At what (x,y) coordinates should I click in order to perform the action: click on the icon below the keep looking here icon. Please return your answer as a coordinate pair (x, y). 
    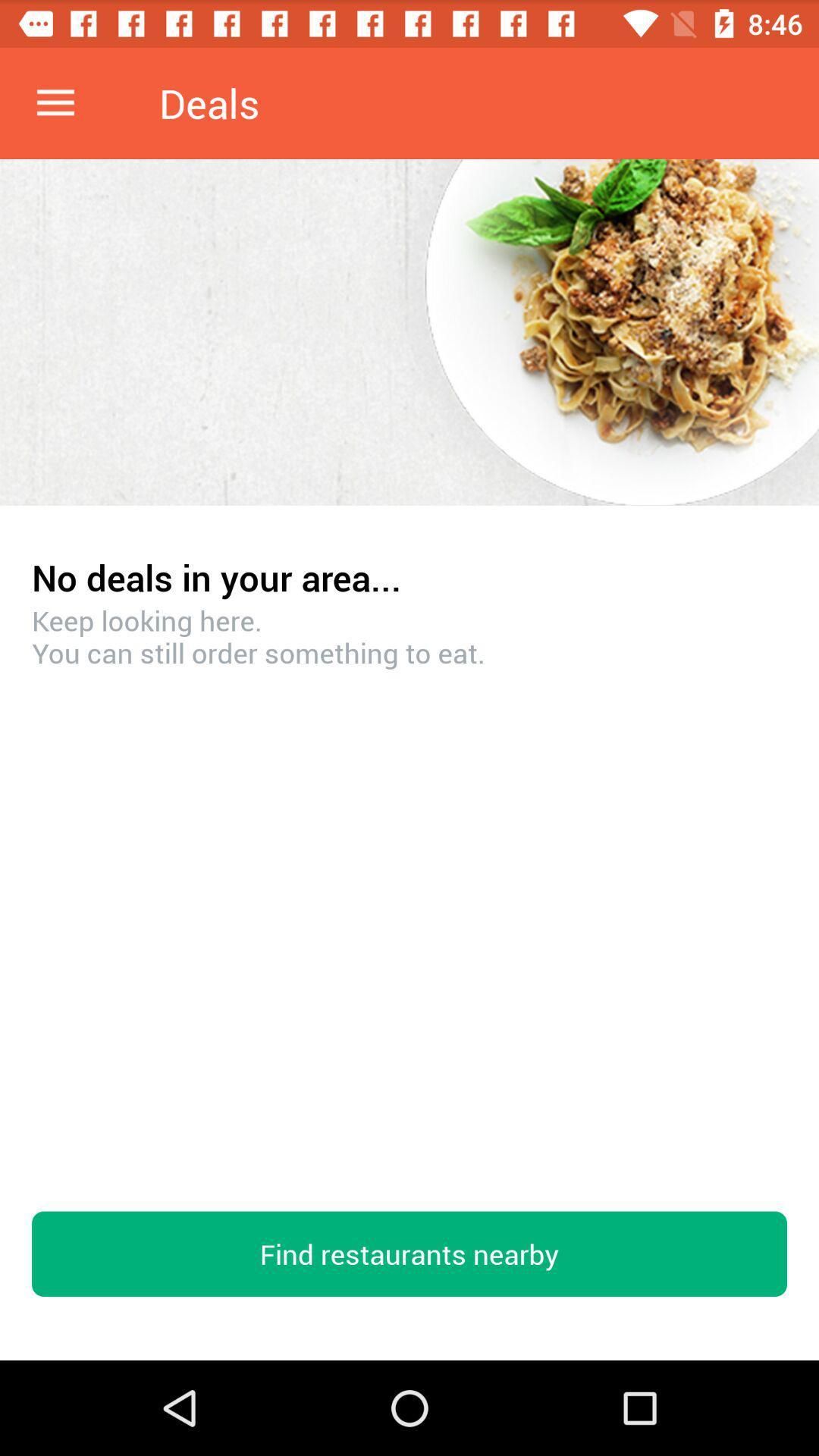
    Looking at the image, I should click on (409, 1254).